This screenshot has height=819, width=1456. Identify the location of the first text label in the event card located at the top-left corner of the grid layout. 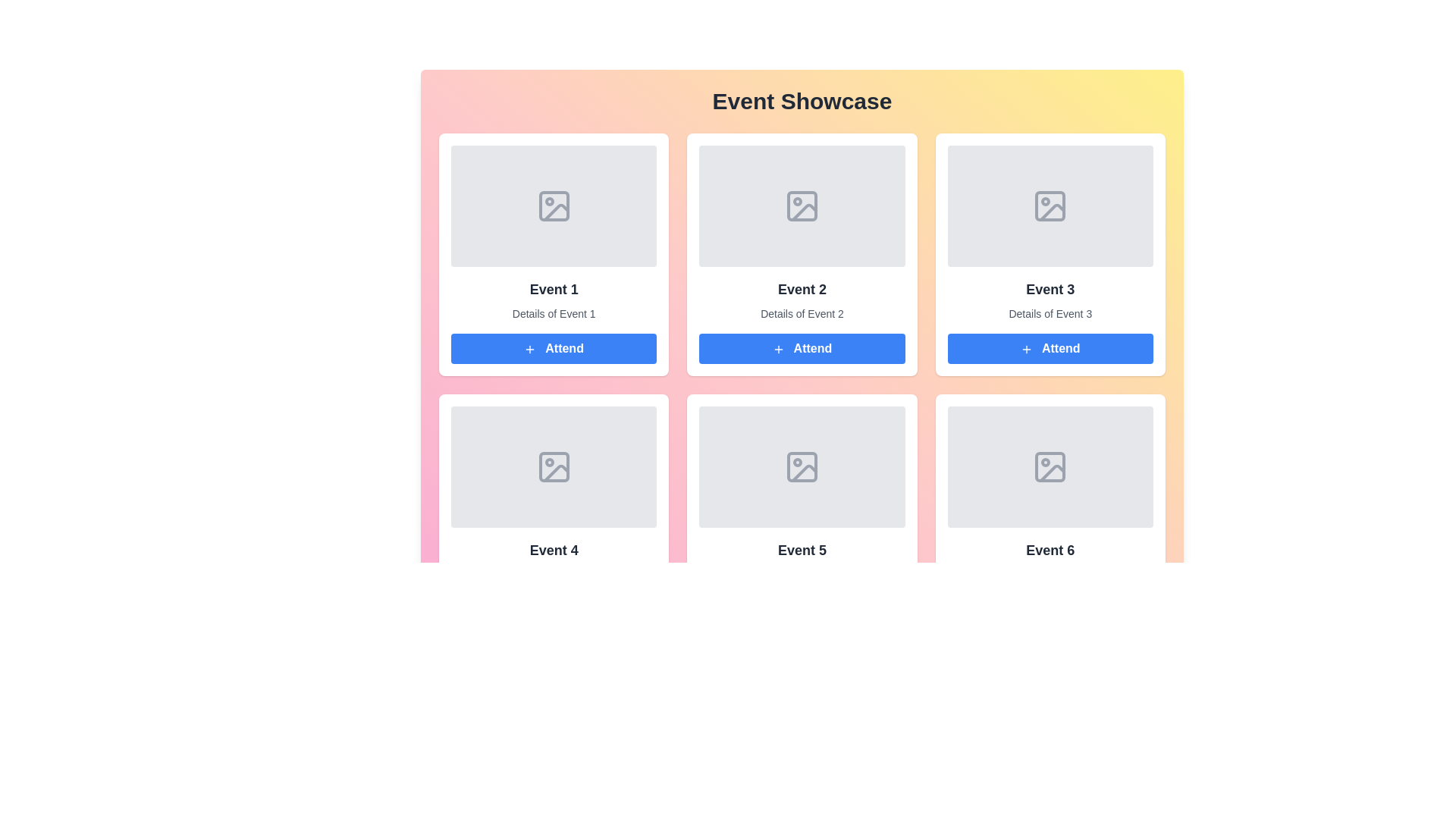
(553, 289).